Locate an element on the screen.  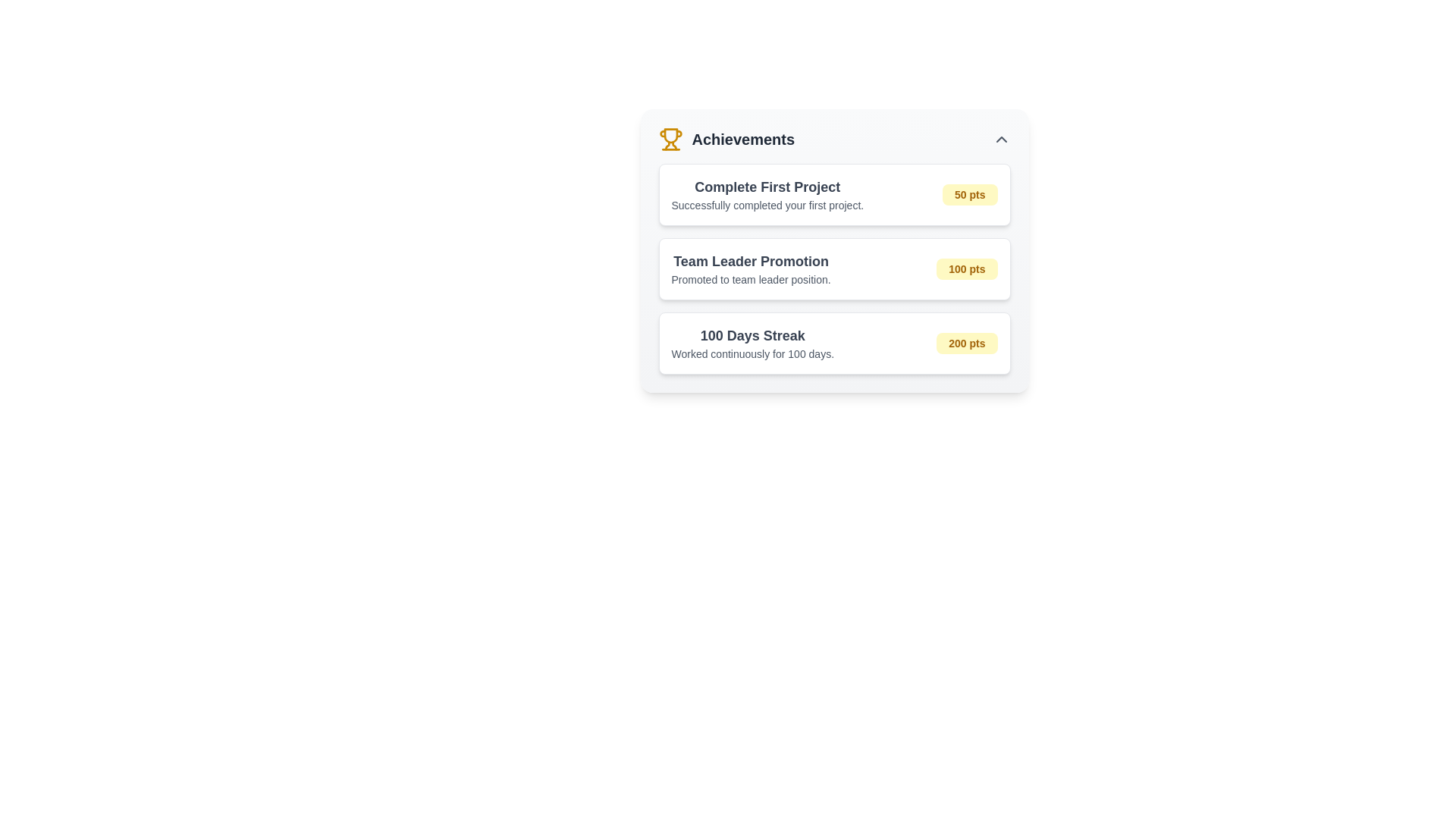
the first informational card displaying 'Complete First Project' with 50 pts in the achievements section, located directly beneath the 'Achievements' heading is located at coordinates (833, 194).